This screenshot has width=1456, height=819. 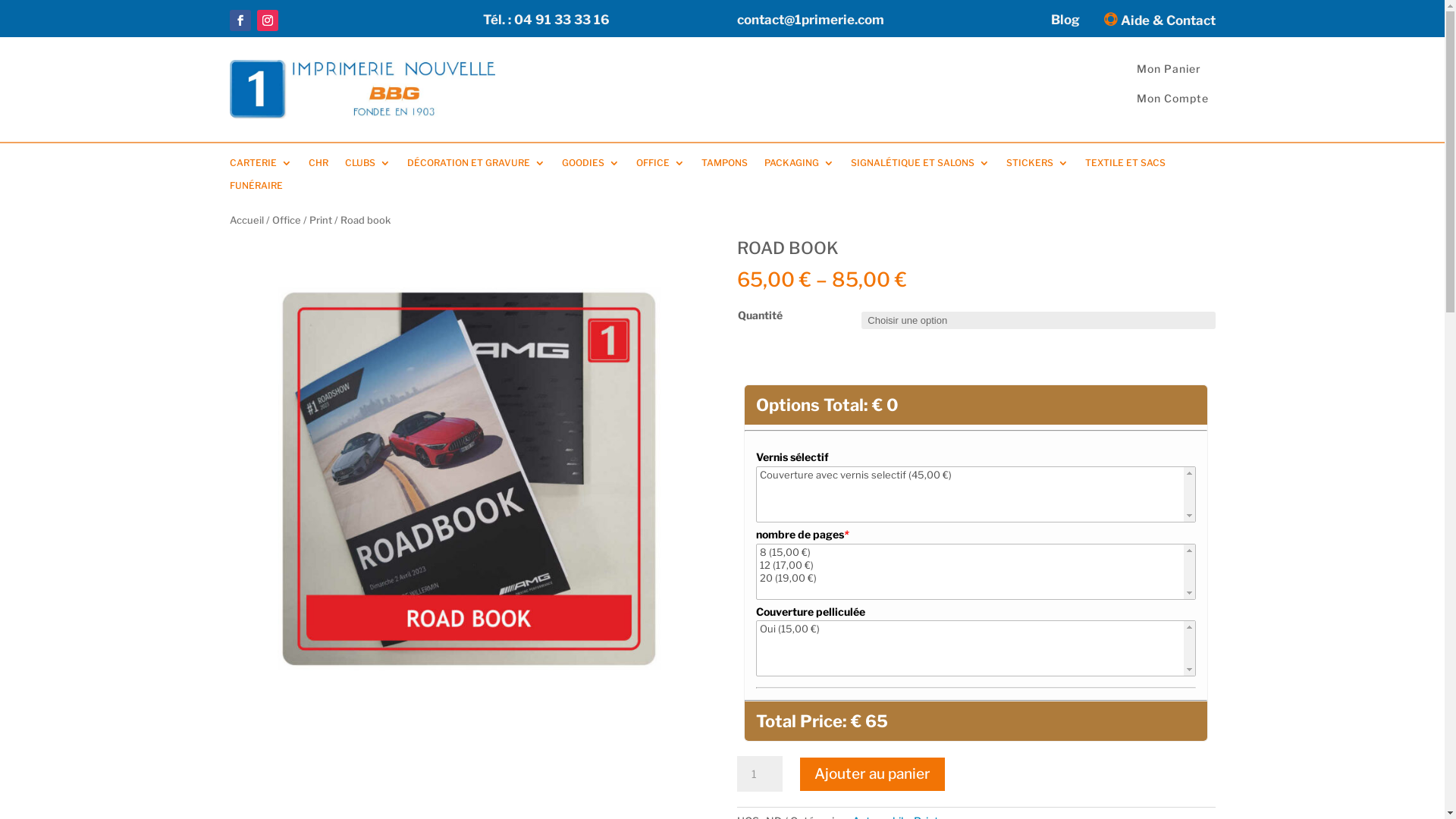 What do you see at coordinates (799, 166) in the screenshot?
I see `'PACKAGING'` at bounding box center [799, 166].